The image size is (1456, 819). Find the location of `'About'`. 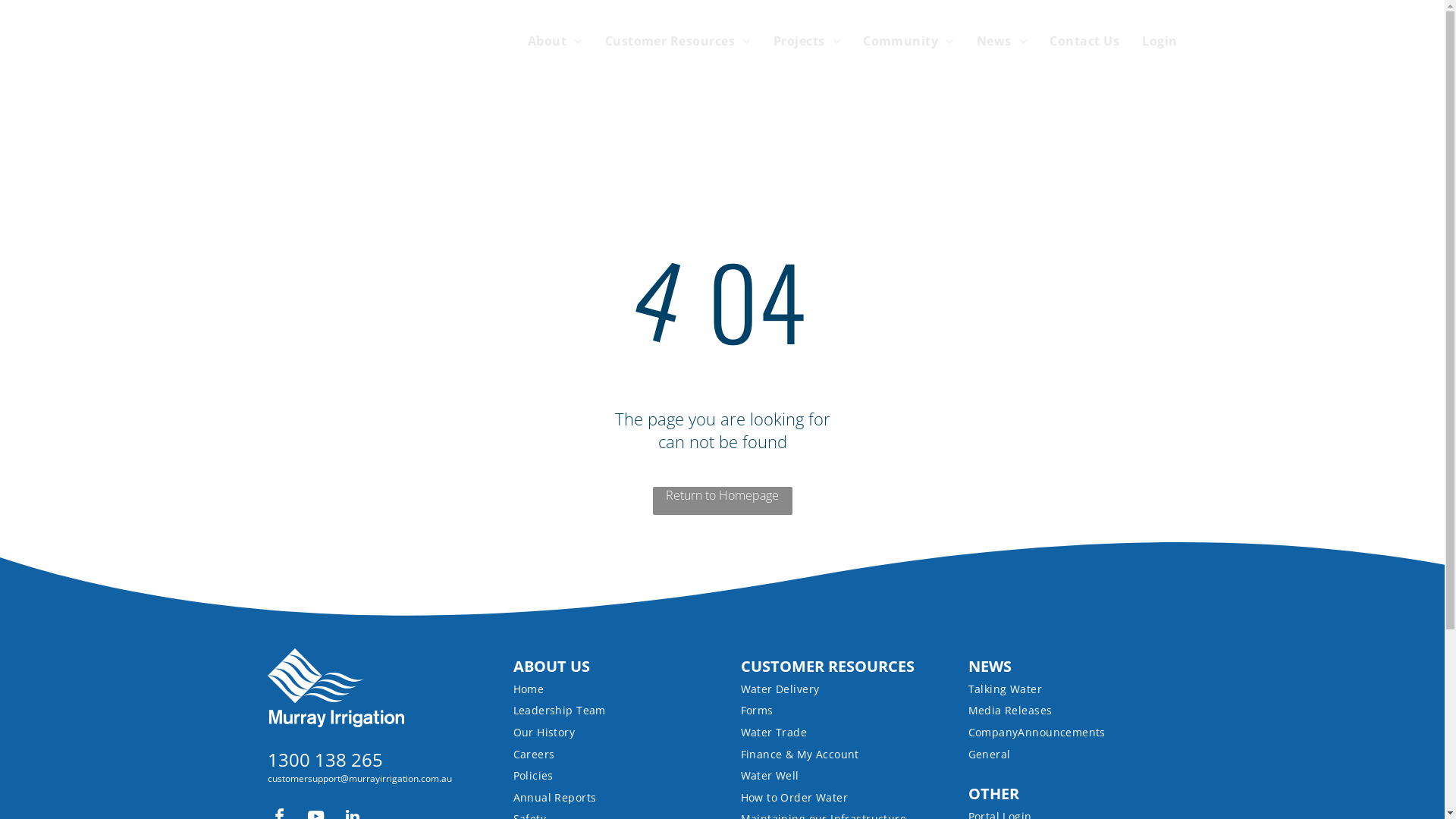

'About' is located at coordinates (543, 40).